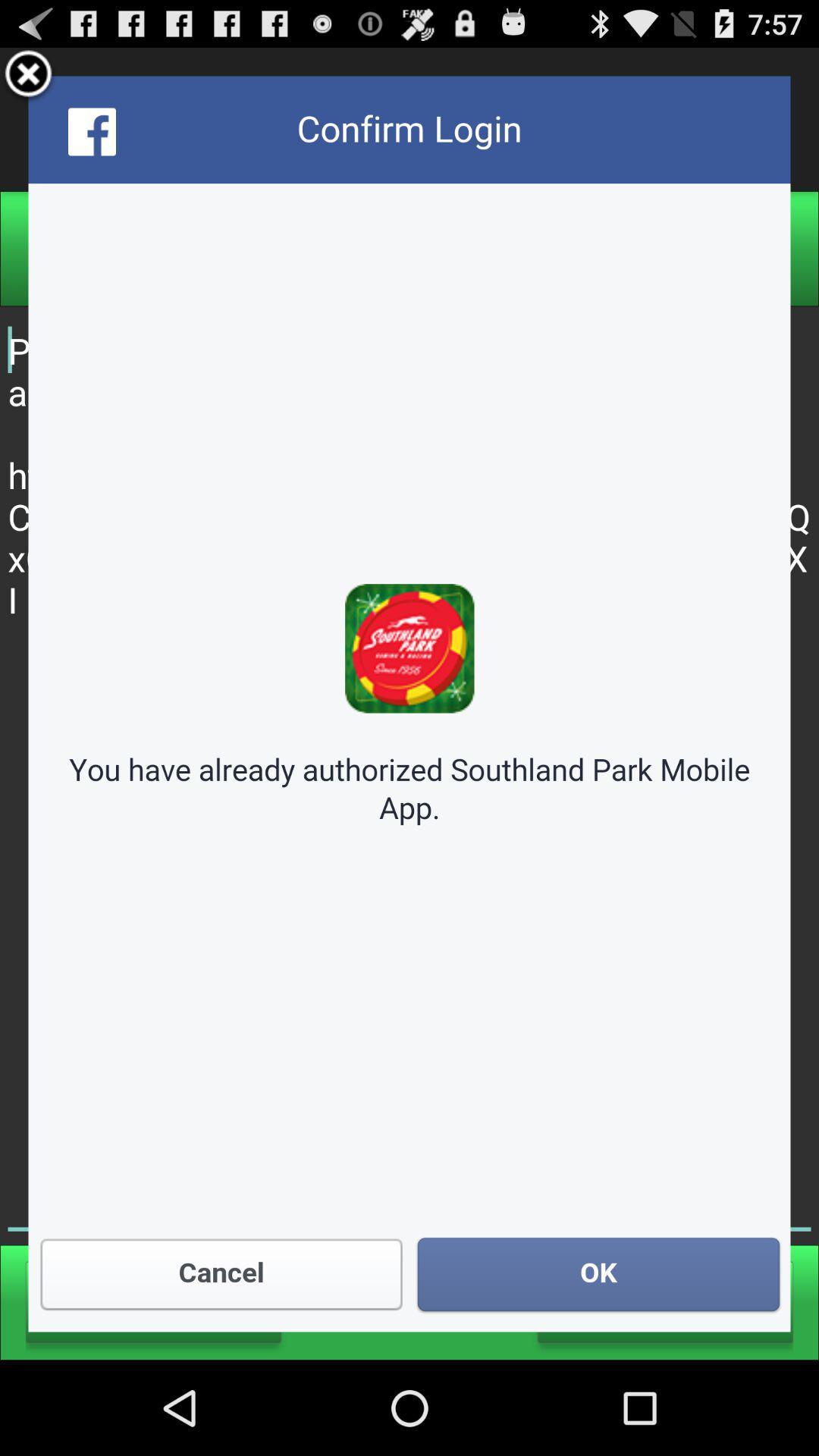 This screenshot has height=1456, width=819. I want to click on confirm app login with facebook, so click(409, 703).